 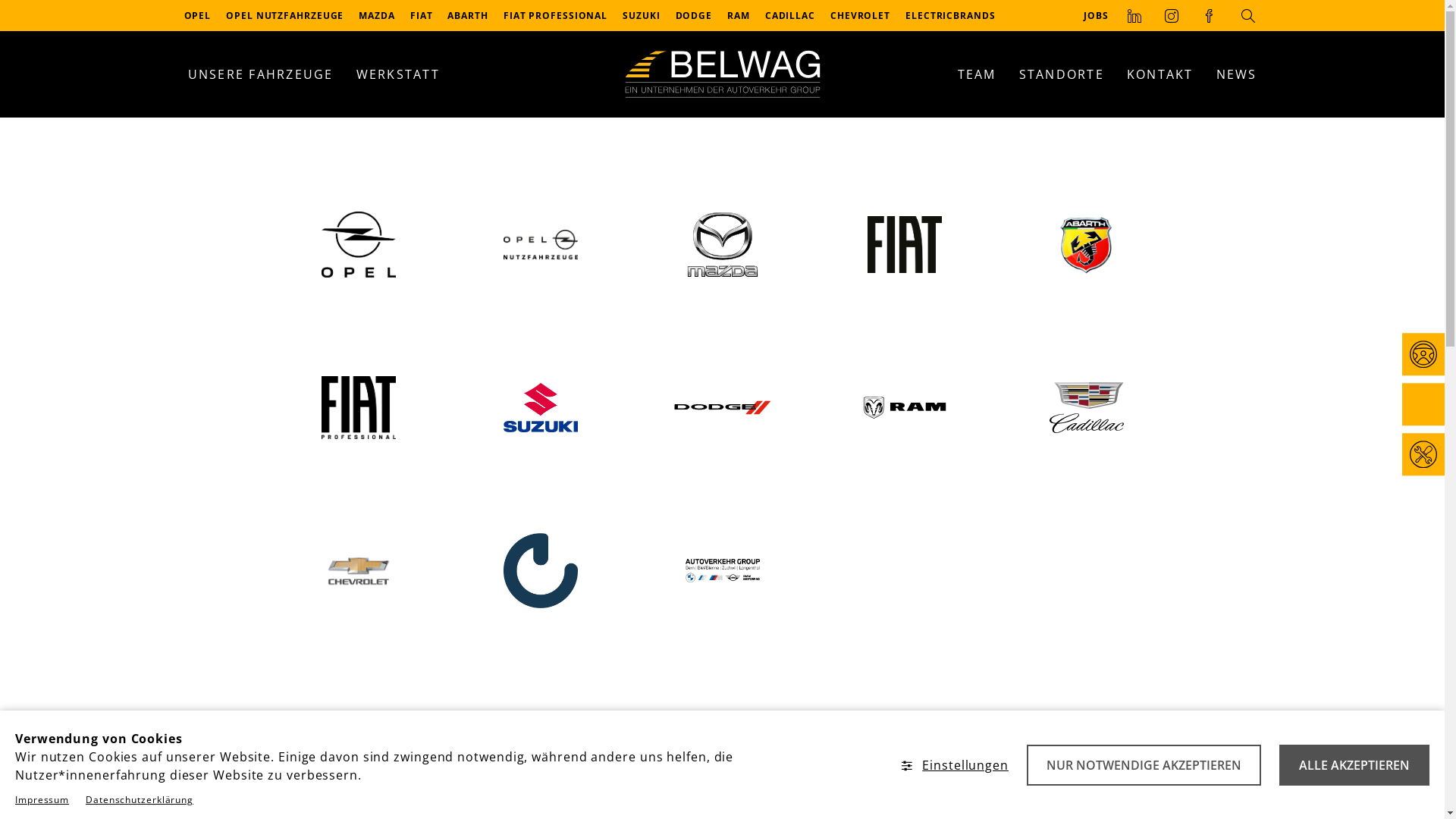 What do you see at coordinates (739, 15) in the screenshot?
I see `'RAM'` at bounding box center [739, 15].